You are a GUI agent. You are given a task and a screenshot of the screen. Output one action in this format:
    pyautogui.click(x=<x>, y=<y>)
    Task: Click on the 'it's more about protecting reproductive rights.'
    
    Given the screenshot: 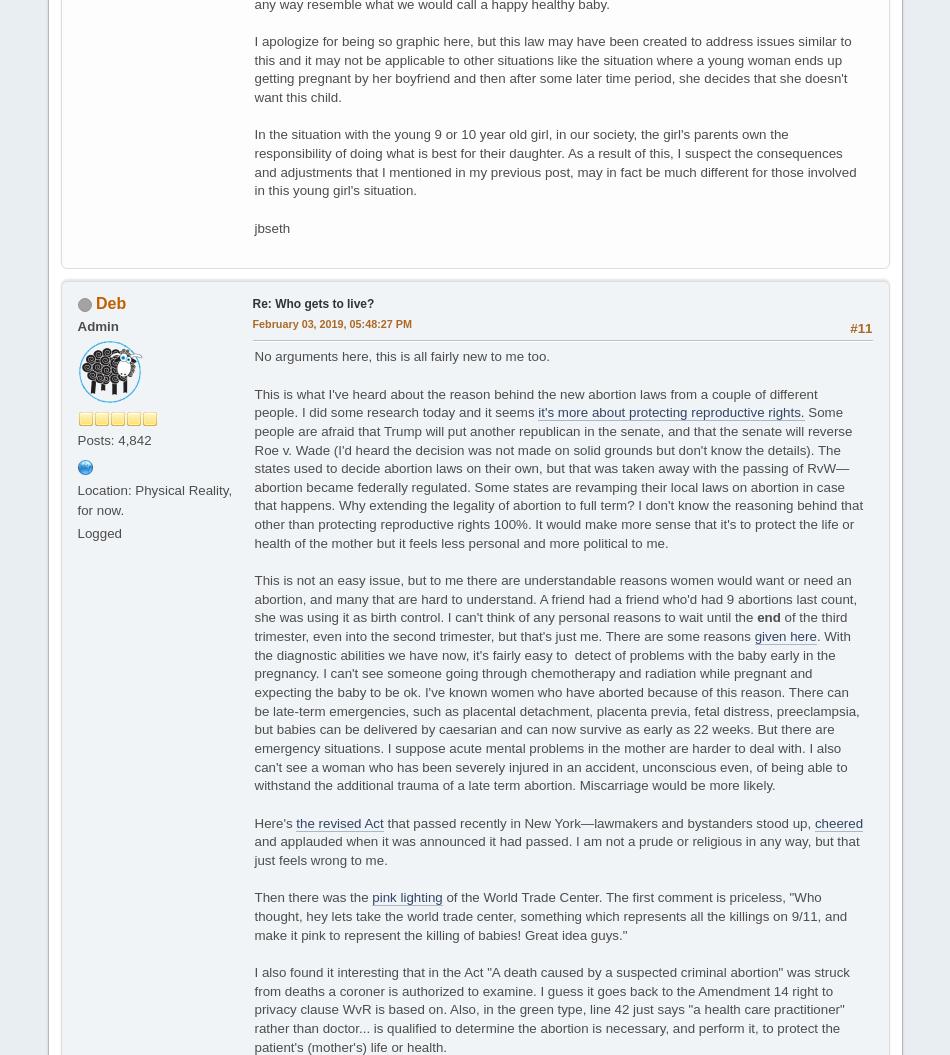 What is the action you would take?
    pyautogui.click(x=537, y=411)
    